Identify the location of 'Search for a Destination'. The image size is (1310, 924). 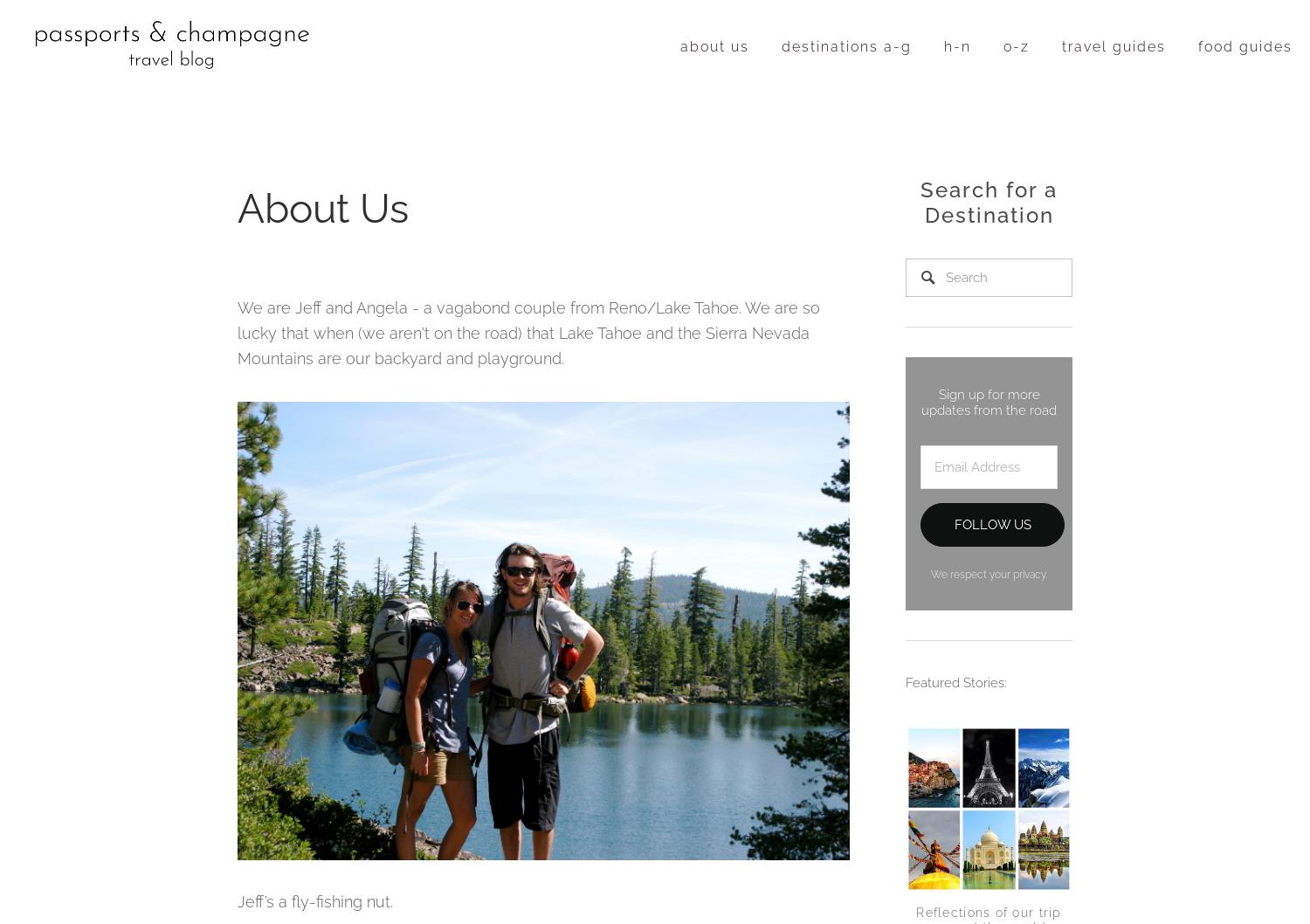
(989, 203).